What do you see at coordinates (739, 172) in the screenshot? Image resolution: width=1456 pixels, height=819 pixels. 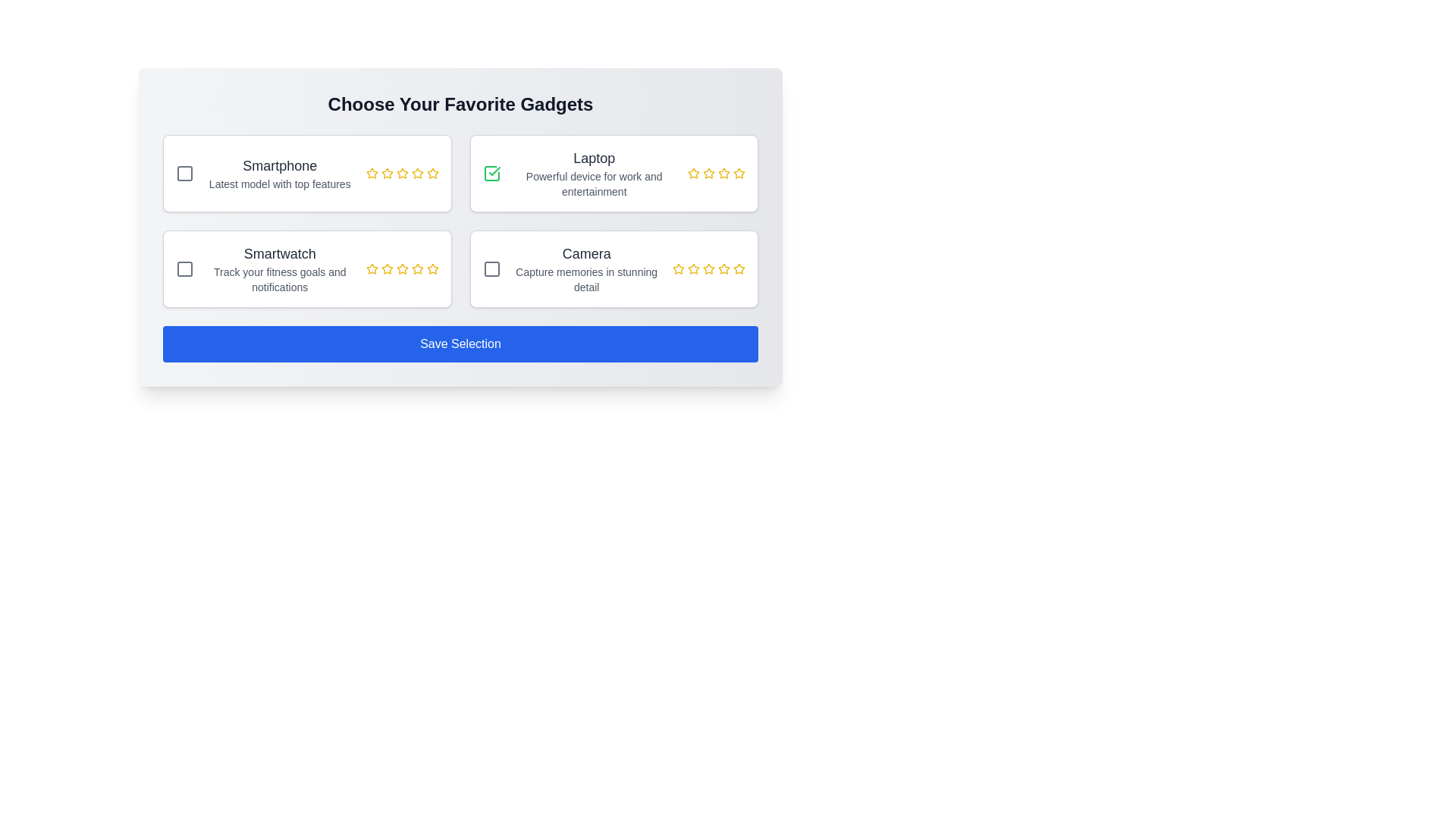 I see `the sixth yellow star-shaped SVG icon located under the 'Laptop' section` at bounding box center [739, 172].